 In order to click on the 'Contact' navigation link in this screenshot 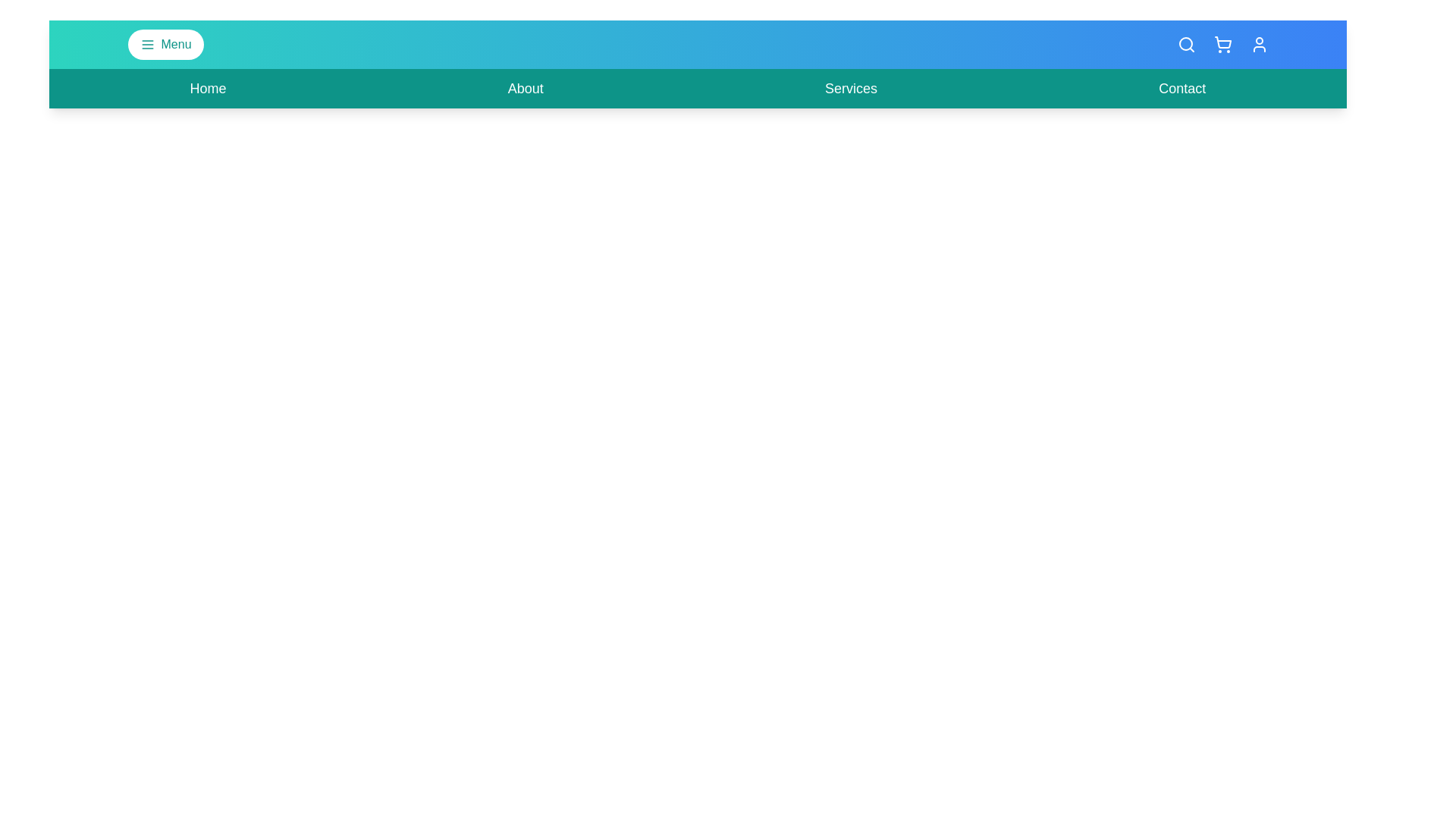, I will do `click(1181, 88)`.